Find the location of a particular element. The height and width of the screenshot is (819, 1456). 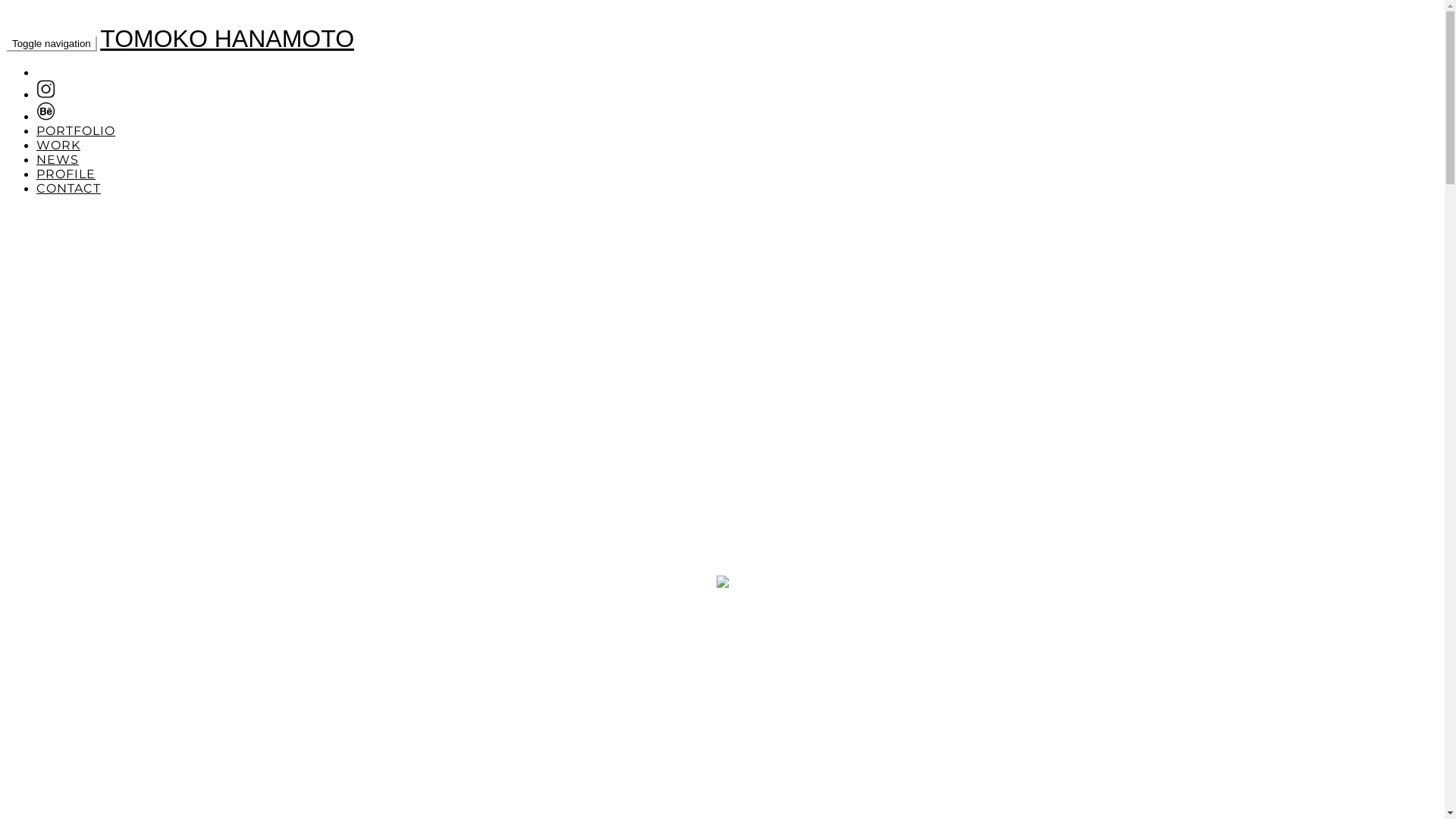

'NEWS' is located at coordinates (36, 159).